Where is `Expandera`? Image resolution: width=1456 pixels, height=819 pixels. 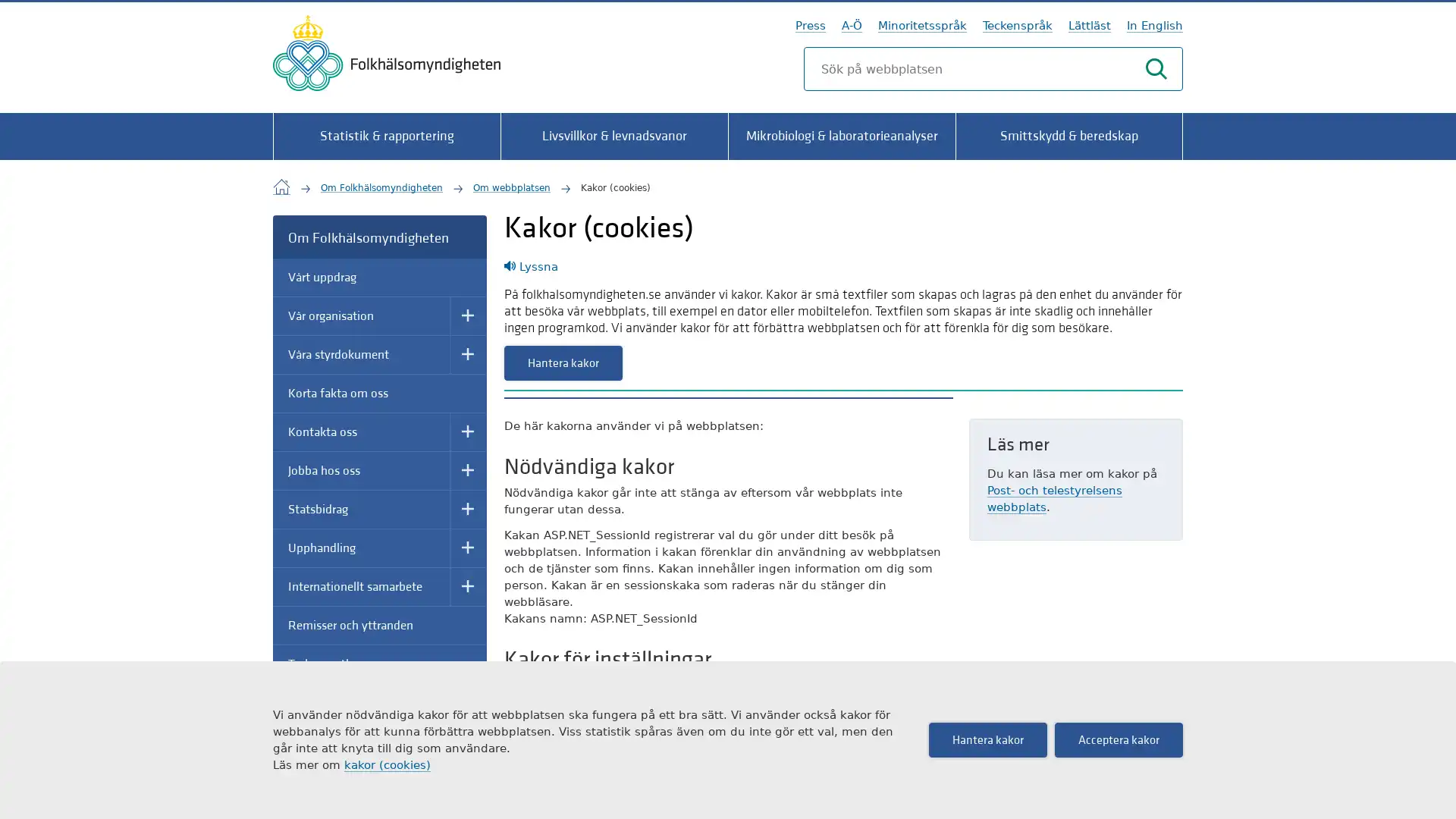
Expandera is located at coordinates (467, 586).